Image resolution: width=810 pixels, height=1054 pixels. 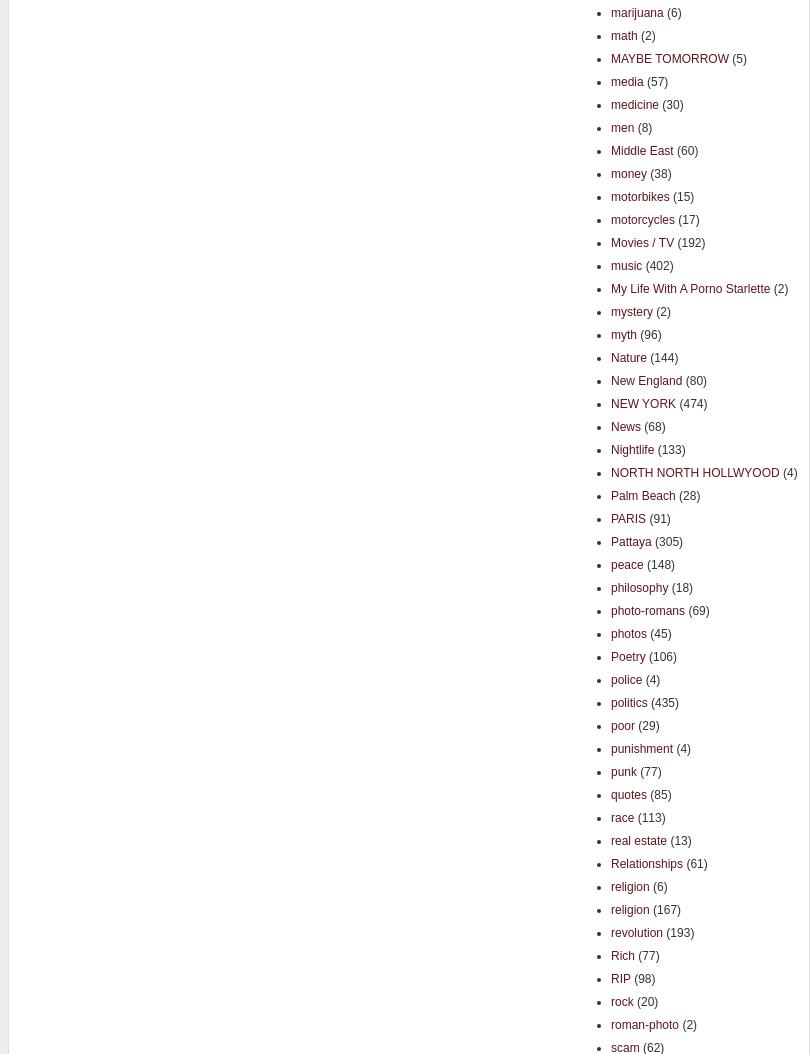 I want to click on '(435)', so click(x=661, y=700).